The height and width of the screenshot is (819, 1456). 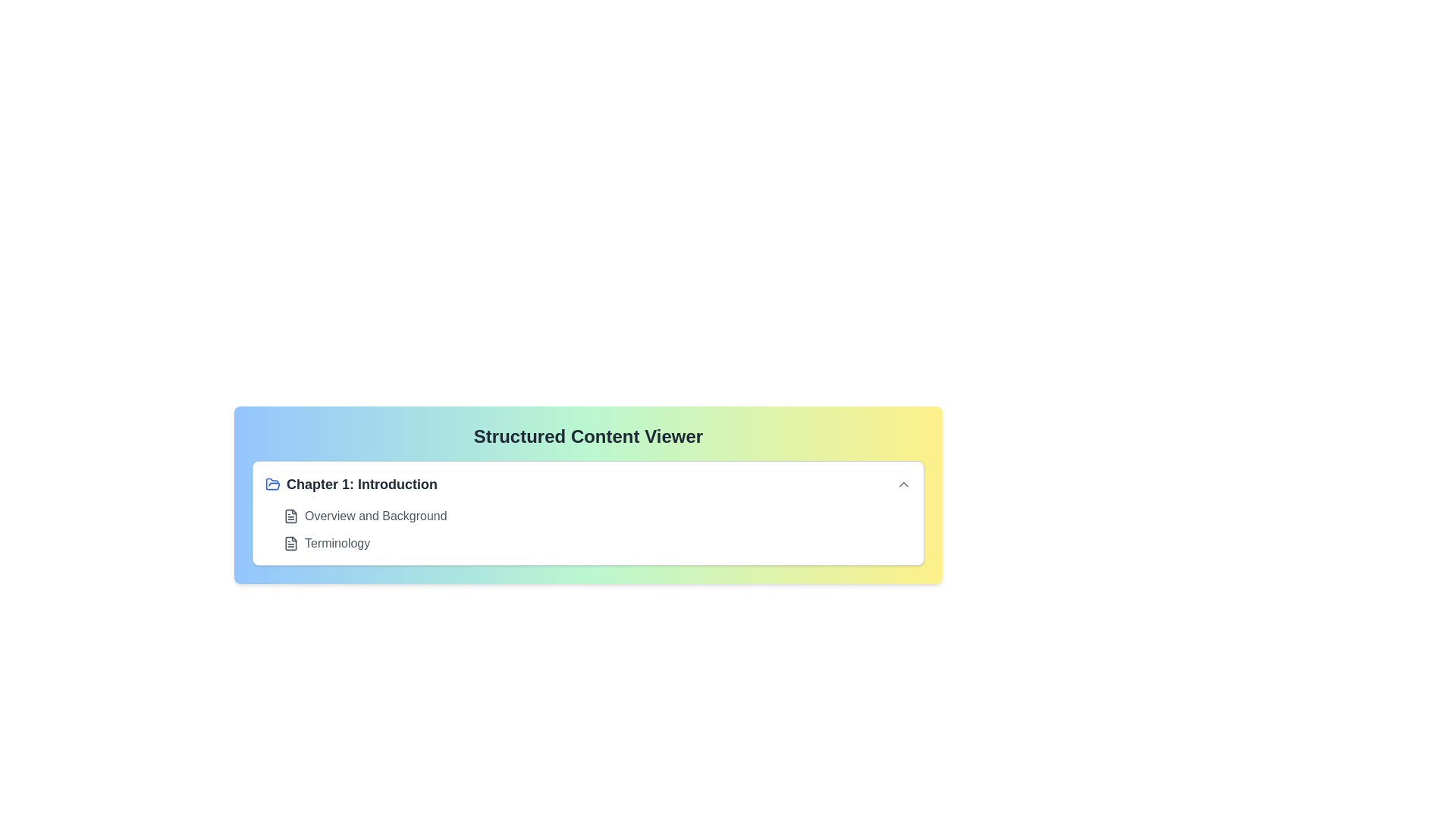 What do you see at coordinates (337, 543) in the screenshot?
I see `the 'Terminology' label, which is a gray text element styled in sans-serif font, positioned below the 'Overview and Background' text and next to a document icon, to trigger additional actions` at bounding box center [337, 543].